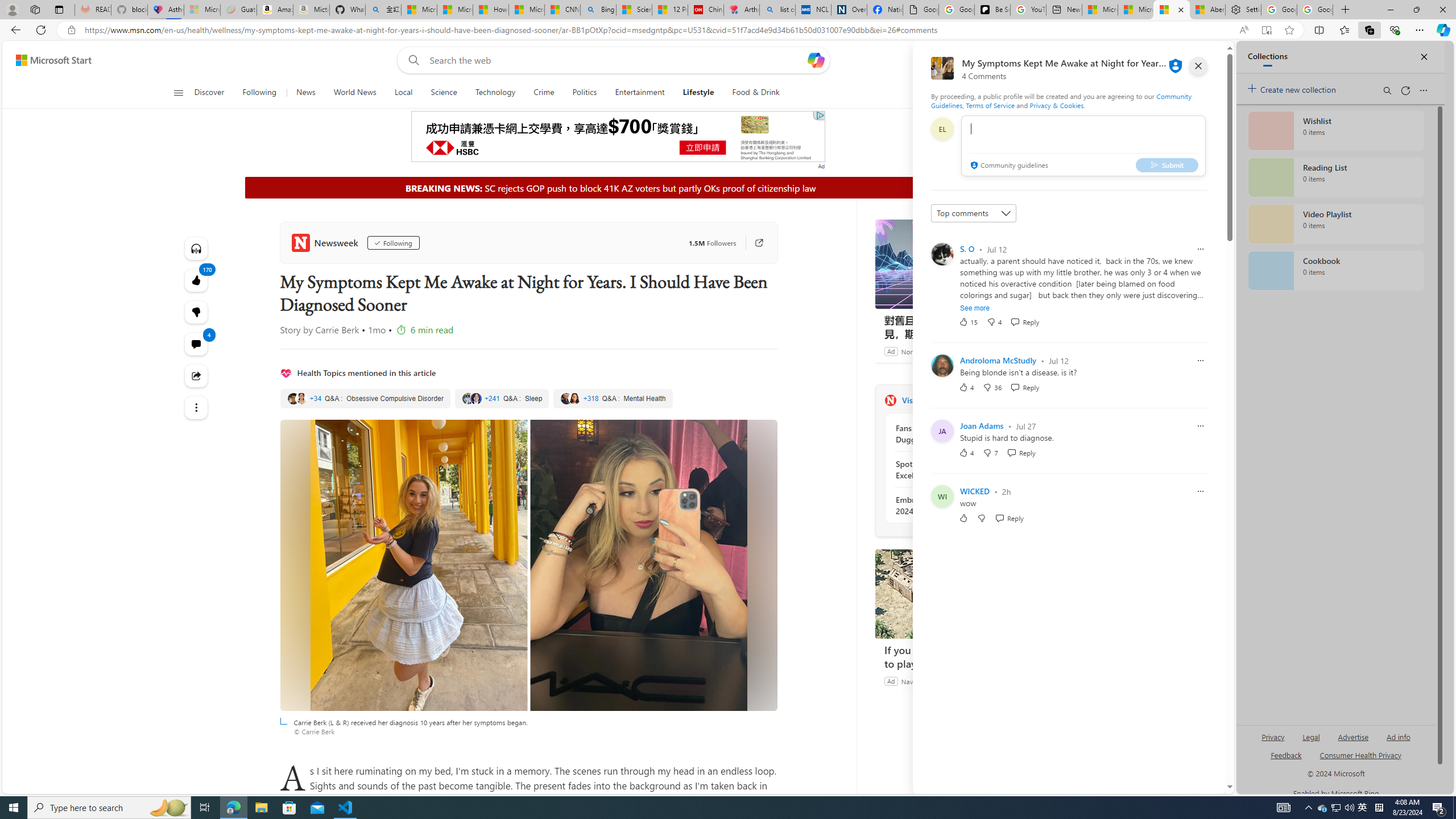  I want to click on 'comment-box', so click(1082, 146).